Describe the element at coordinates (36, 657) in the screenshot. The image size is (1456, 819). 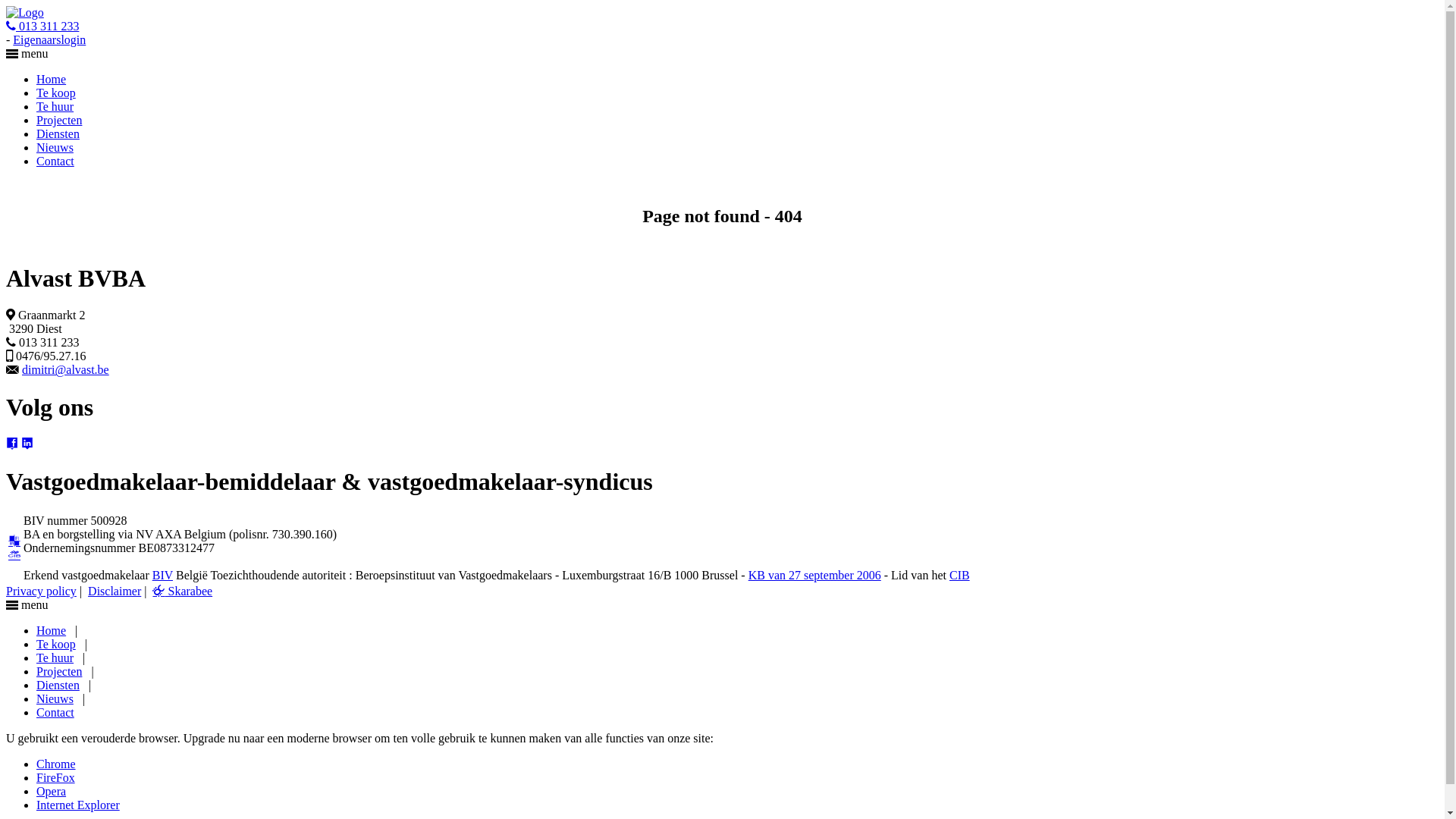
I see `'Te huur'` at that location.